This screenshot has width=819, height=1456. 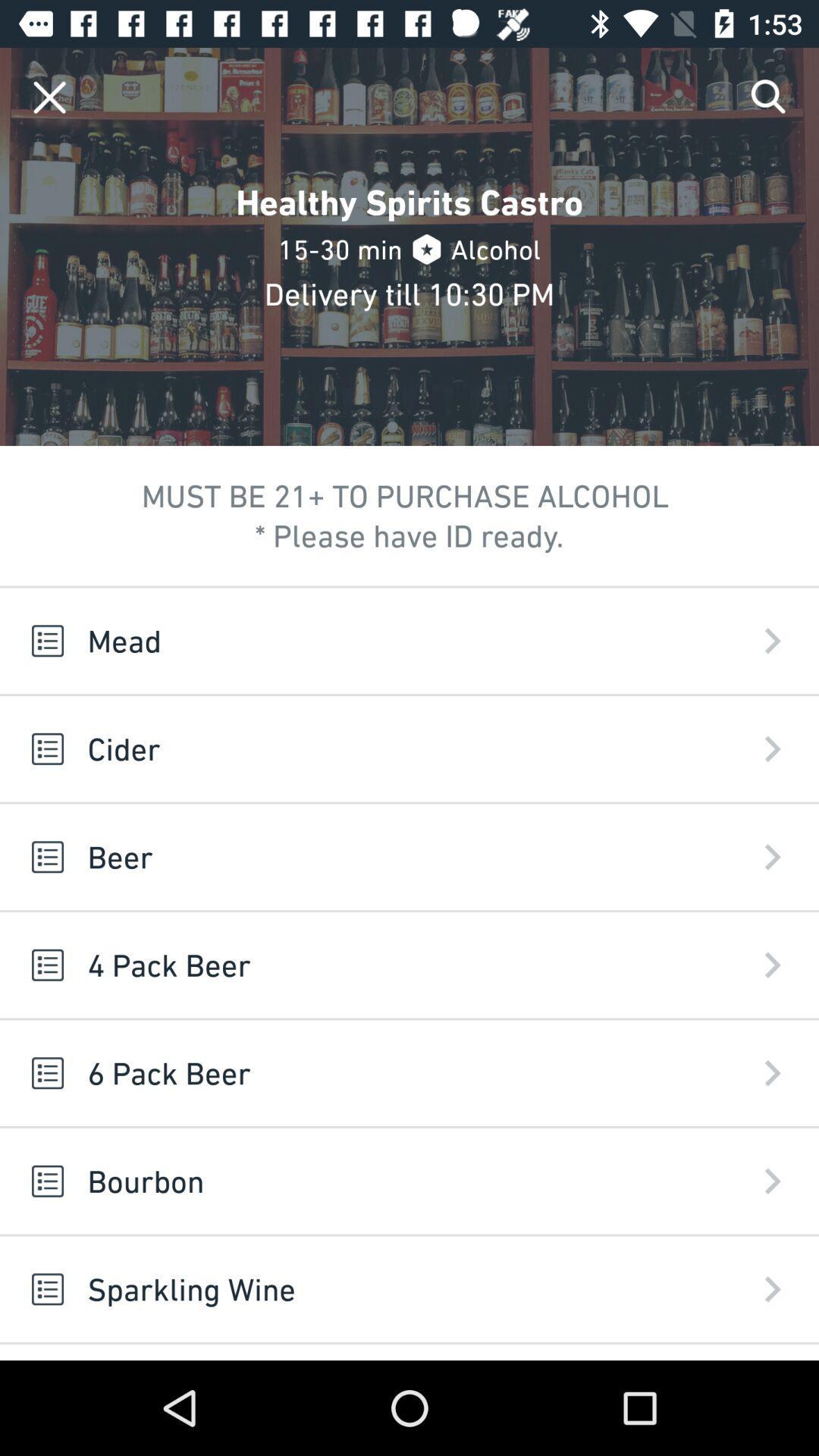 What do you see at coordinates (769, 96) in the screenshot?
I see `search icon` at bounding box center [769, 96].